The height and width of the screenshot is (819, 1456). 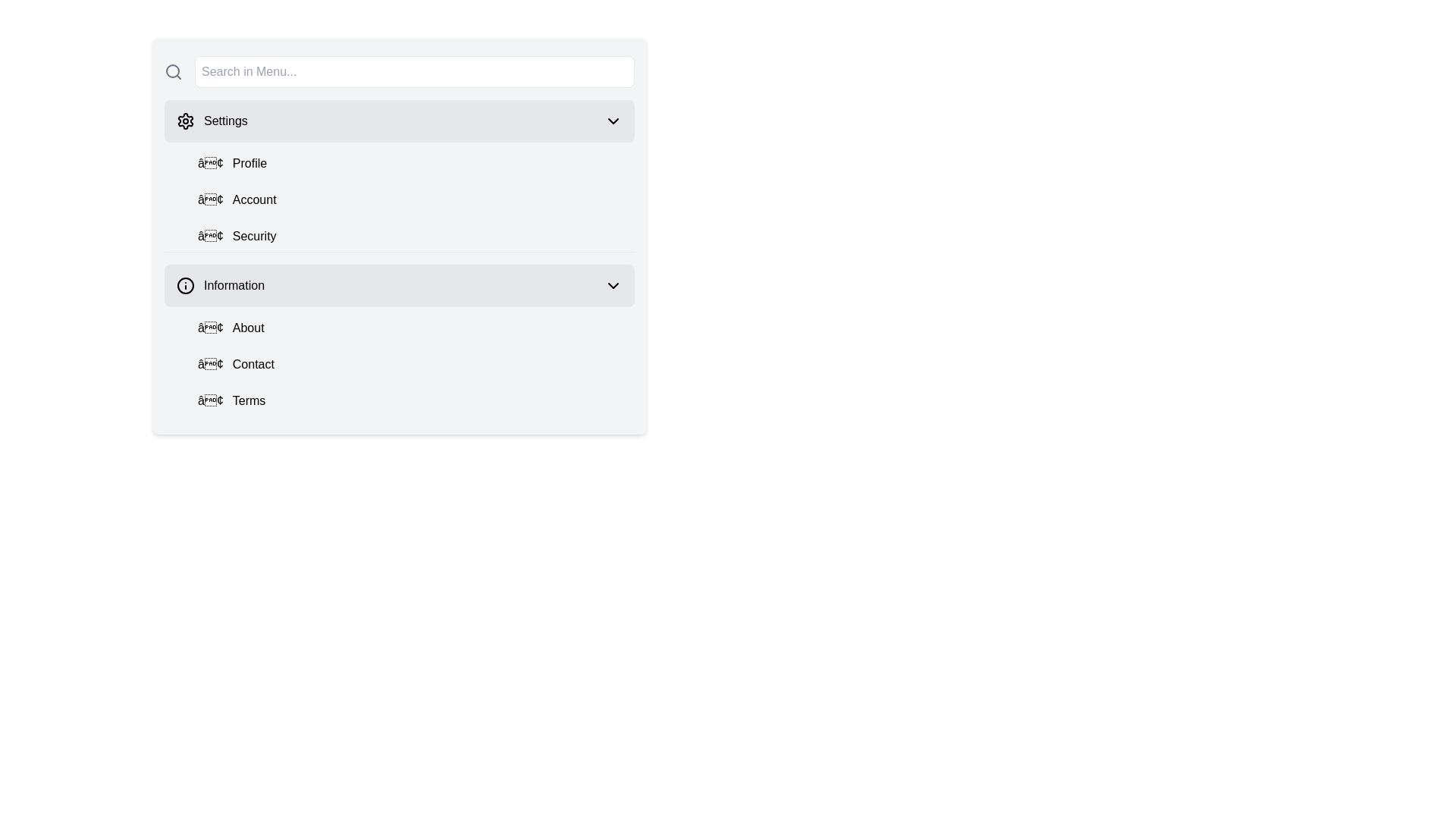 What do you see at coordinates (400, 237) in the screenshot?
I see `the 'Security' menu item` at bounding box center [400, 237].